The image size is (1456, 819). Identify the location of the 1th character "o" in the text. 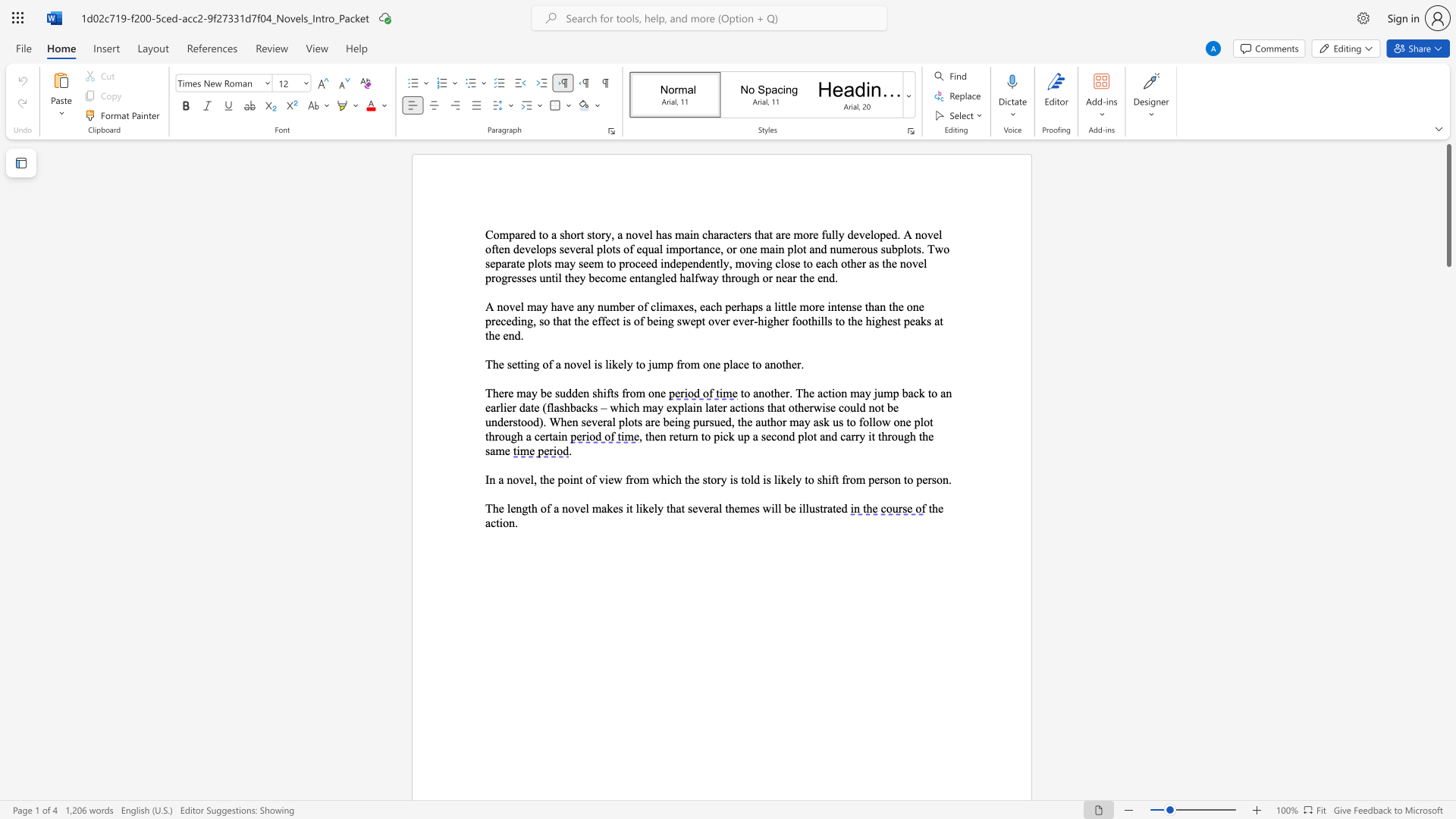
(910, 248).